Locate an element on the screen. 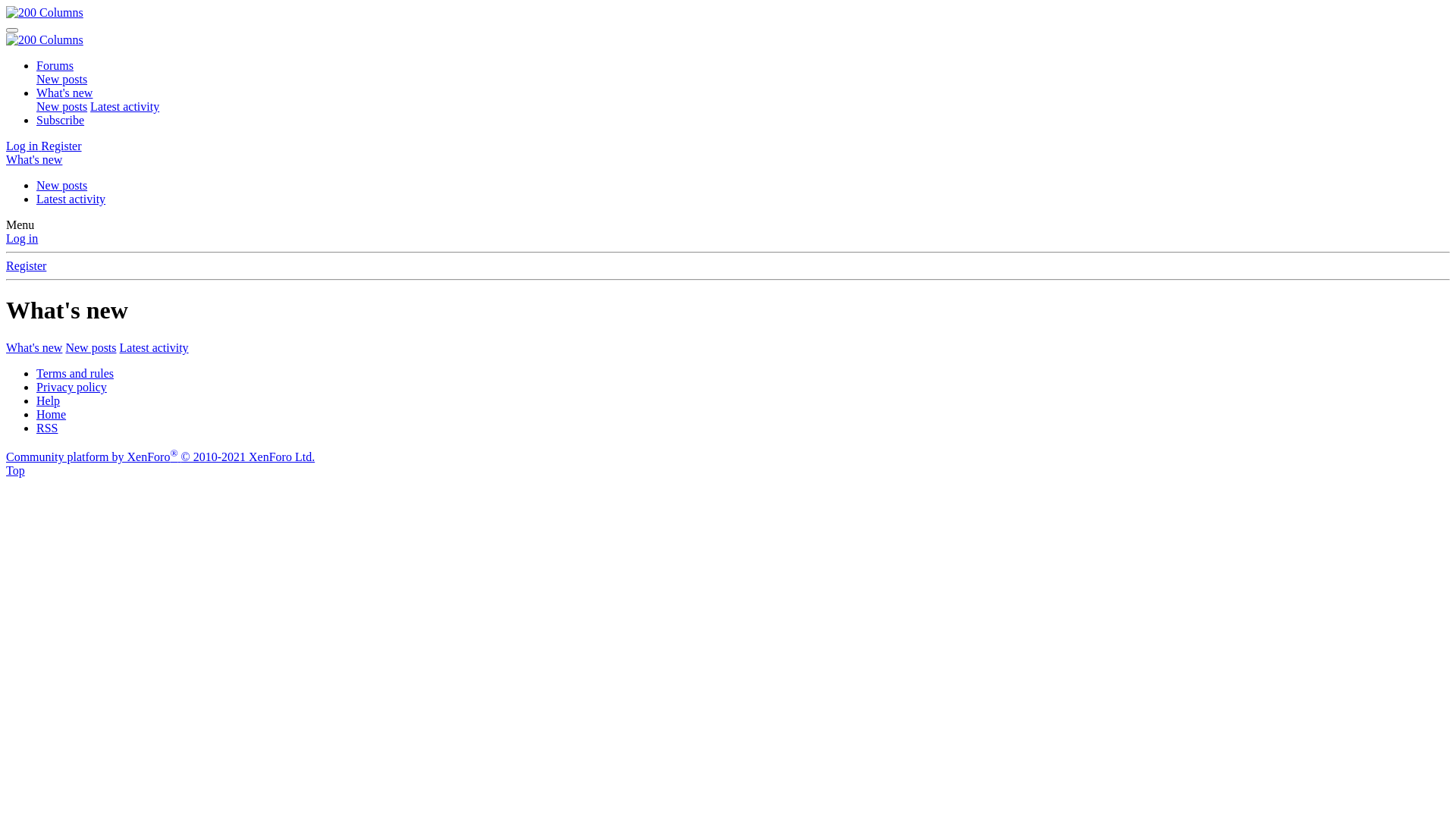 This screenshot has width=1456, height=819. 'New posts' is located at coordinates (61, 79).